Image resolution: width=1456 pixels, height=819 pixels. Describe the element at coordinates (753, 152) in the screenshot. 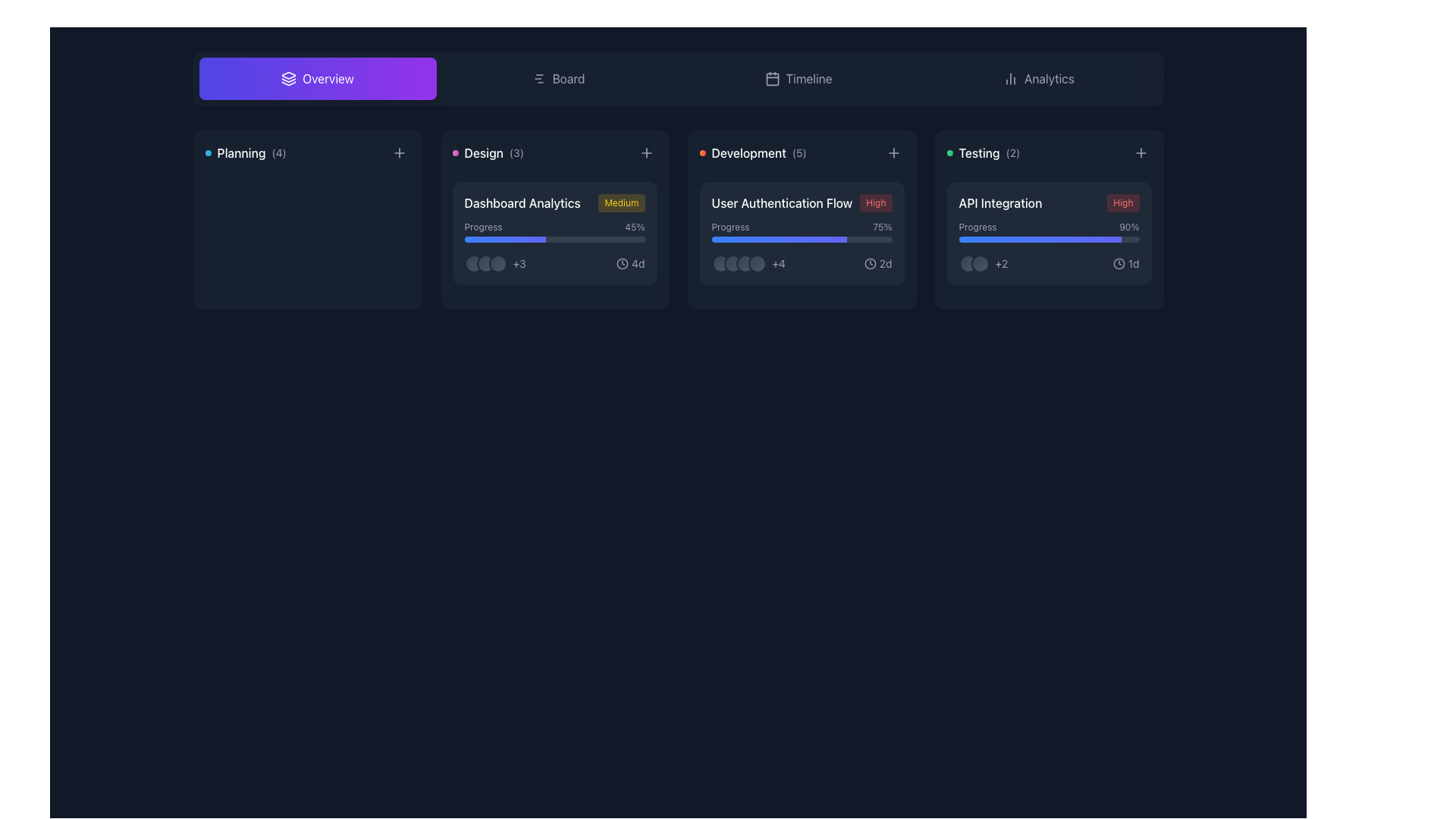

I see `text element labeled 'Development' with a gray '(5)' and an orange to red circular icon to understand its context` at that location.